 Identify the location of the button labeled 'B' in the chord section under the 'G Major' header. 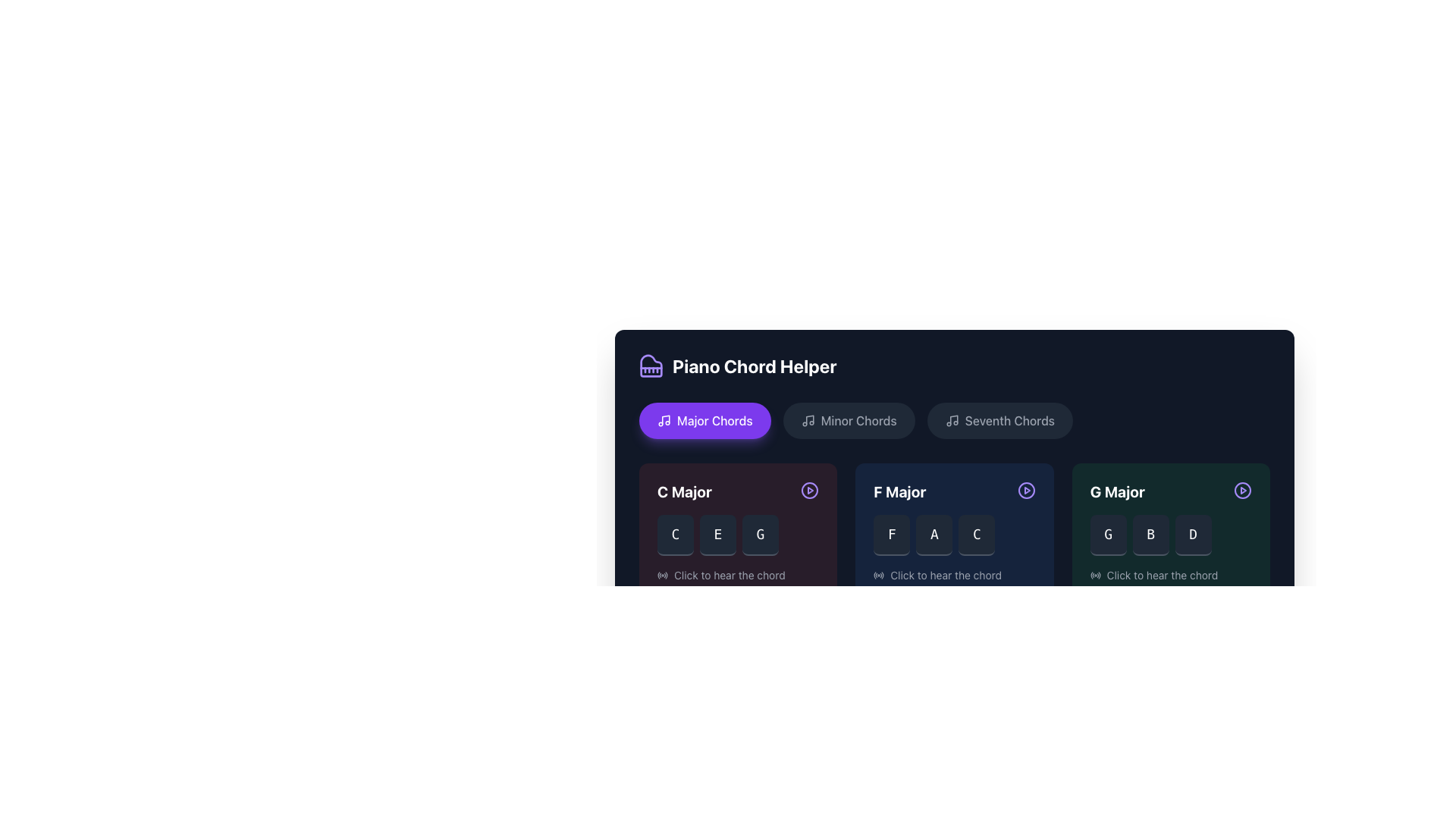
(1150, 534).